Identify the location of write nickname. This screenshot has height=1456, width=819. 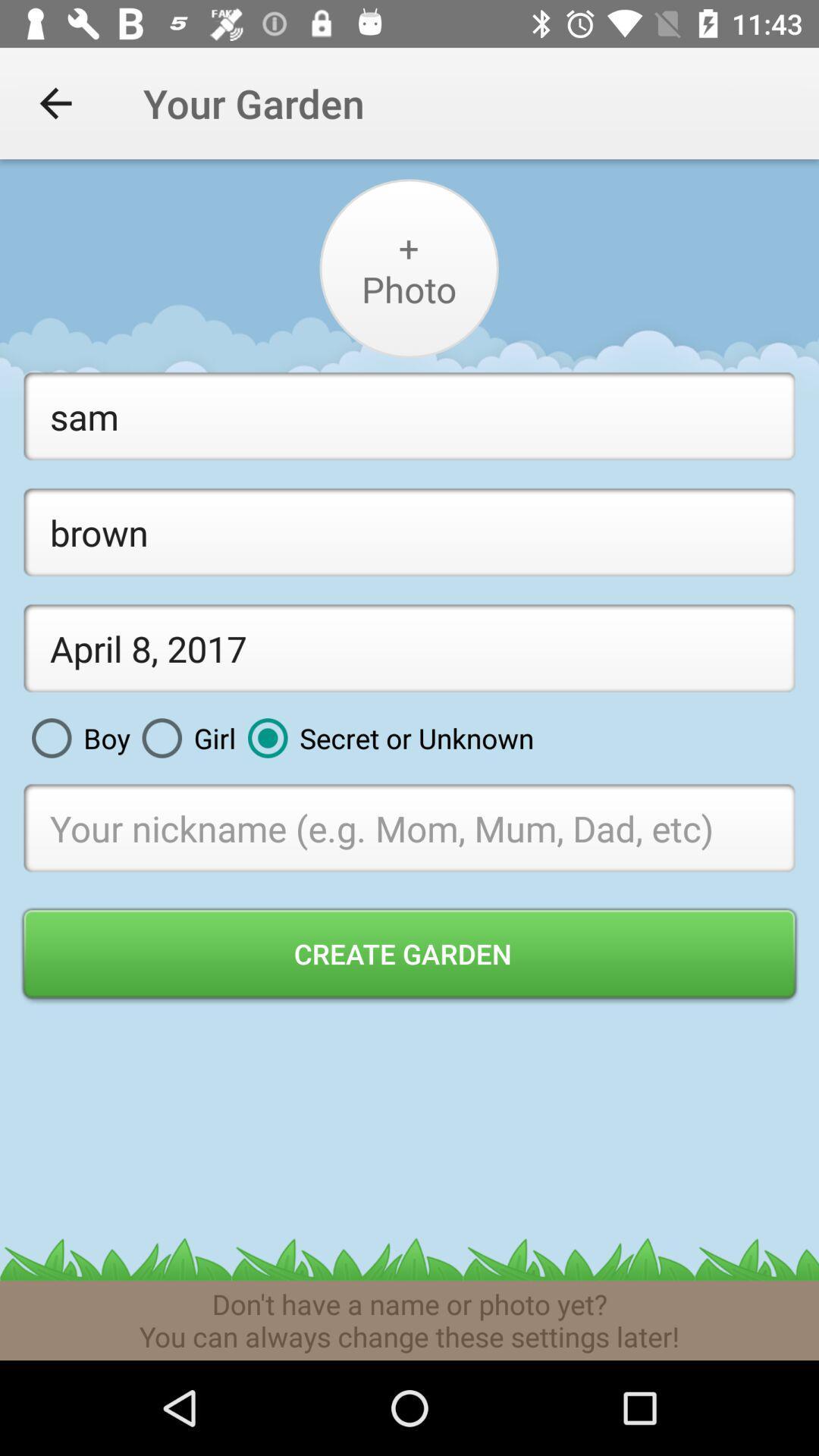
(409, 827).